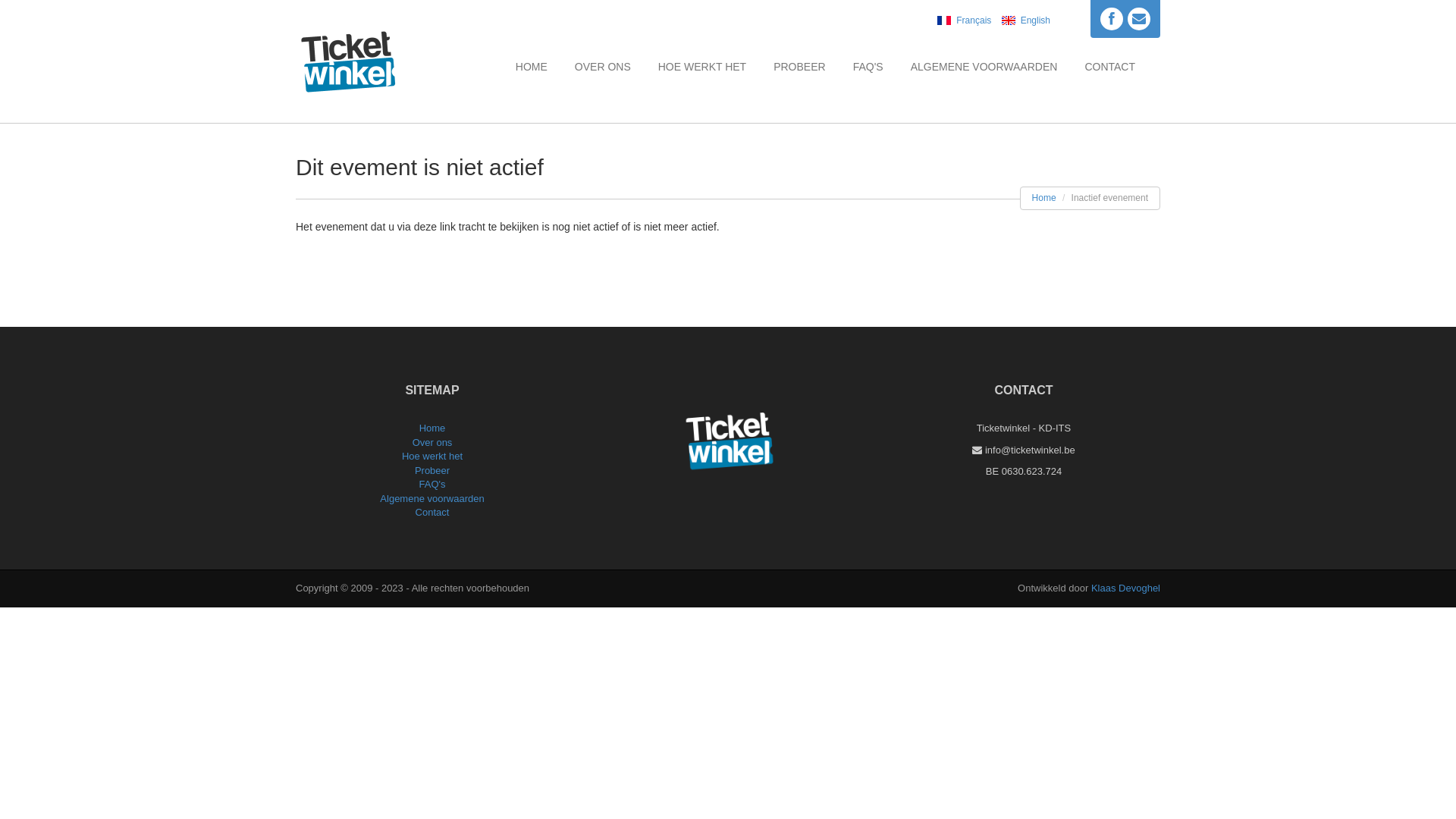  Describe the element at coordinates (401, 455) in the screenshot. I see `'Hoe werkt het'` at that location.